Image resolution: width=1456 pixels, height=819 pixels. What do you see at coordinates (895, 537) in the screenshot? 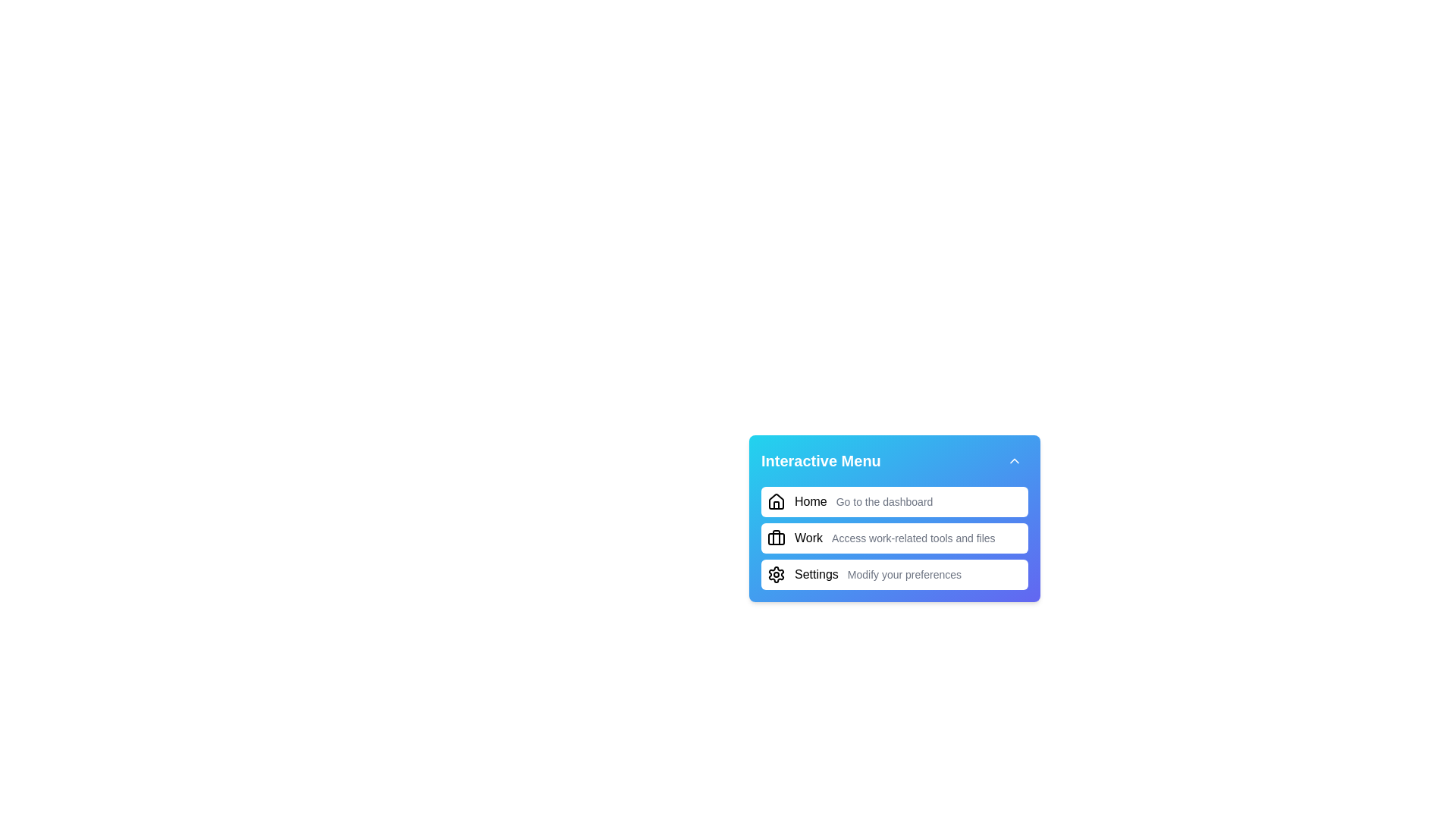
I see `the second item in the 'Interactive Menu' list, which is associated with the 'Work' section` at bounding box center [895, 537].